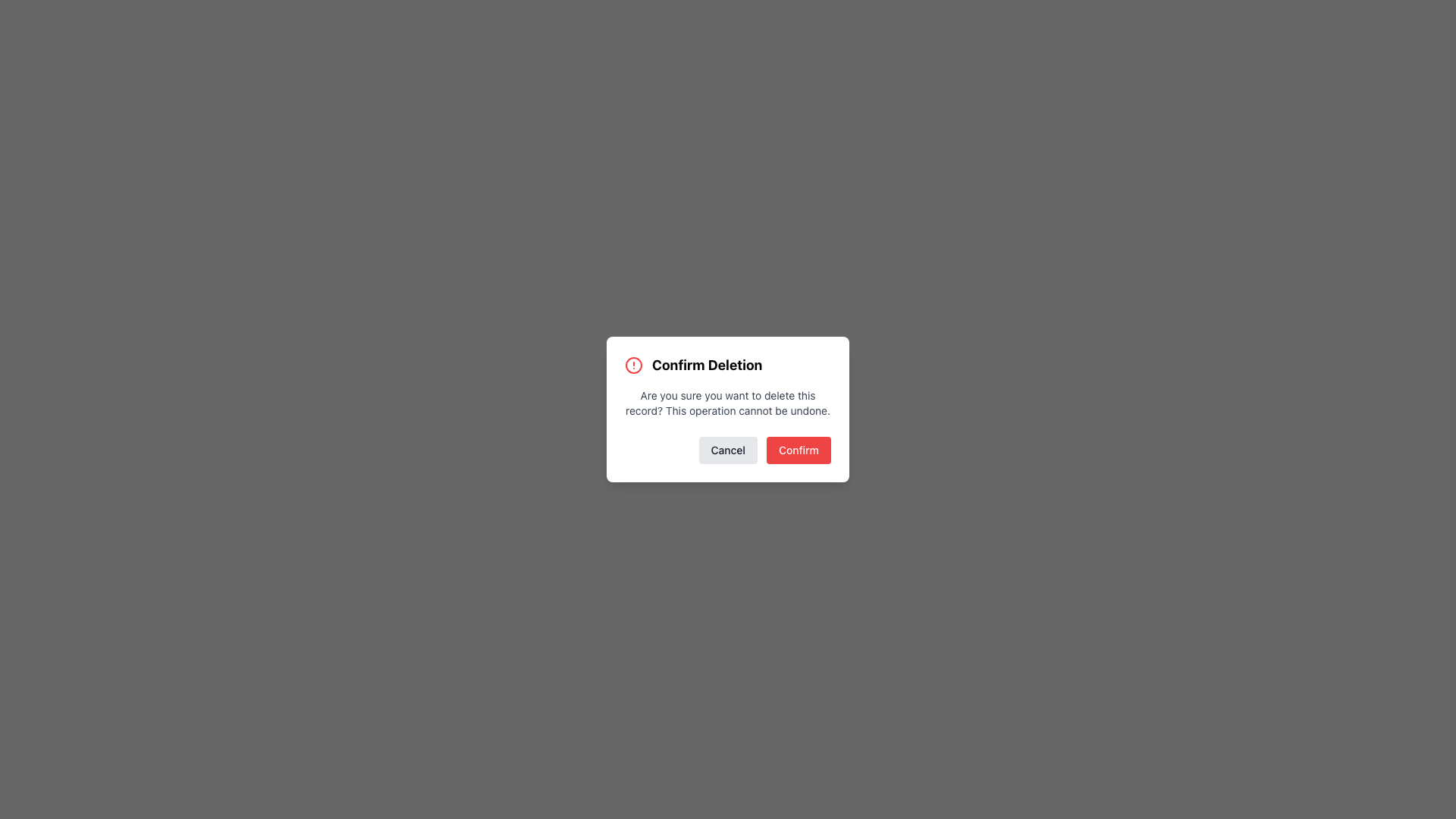 This screenshot has height=819, width=1456. I want to click on text from the primary title or heading Text Label located centrally aligned in the dialog box, positioned to the right of the circular red alert icon, so click(706, 366).